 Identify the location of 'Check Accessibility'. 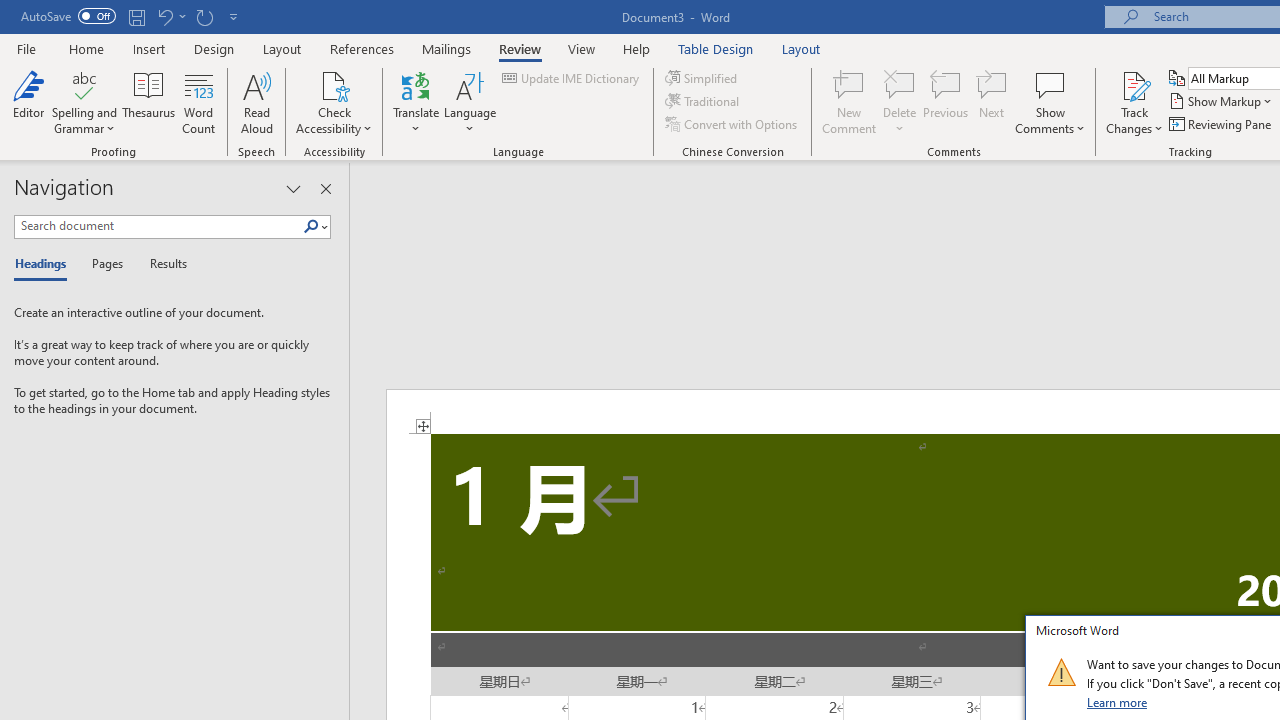
(334, 84).